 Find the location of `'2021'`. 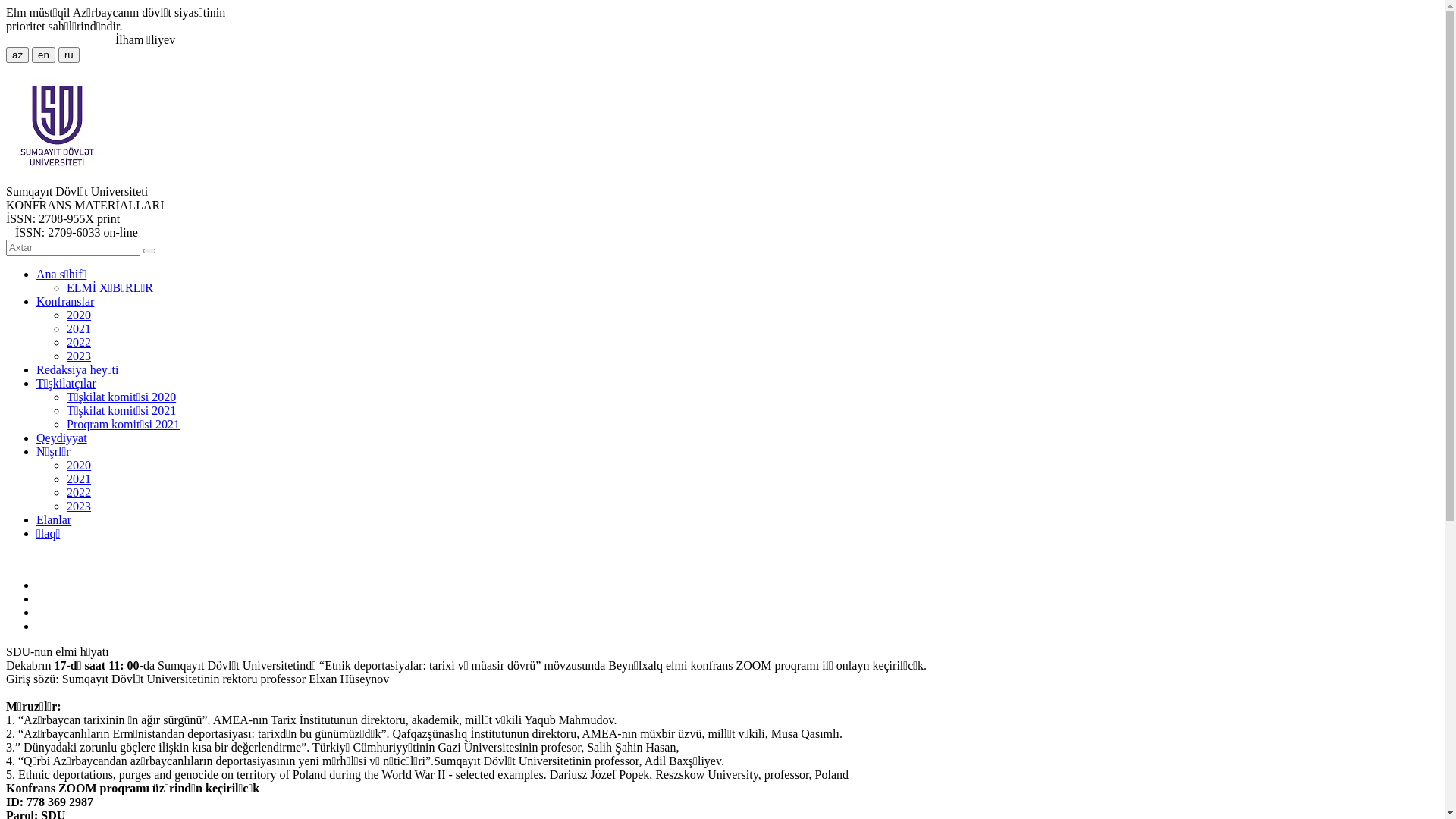

'2021' is located at coordinates (78, 328).